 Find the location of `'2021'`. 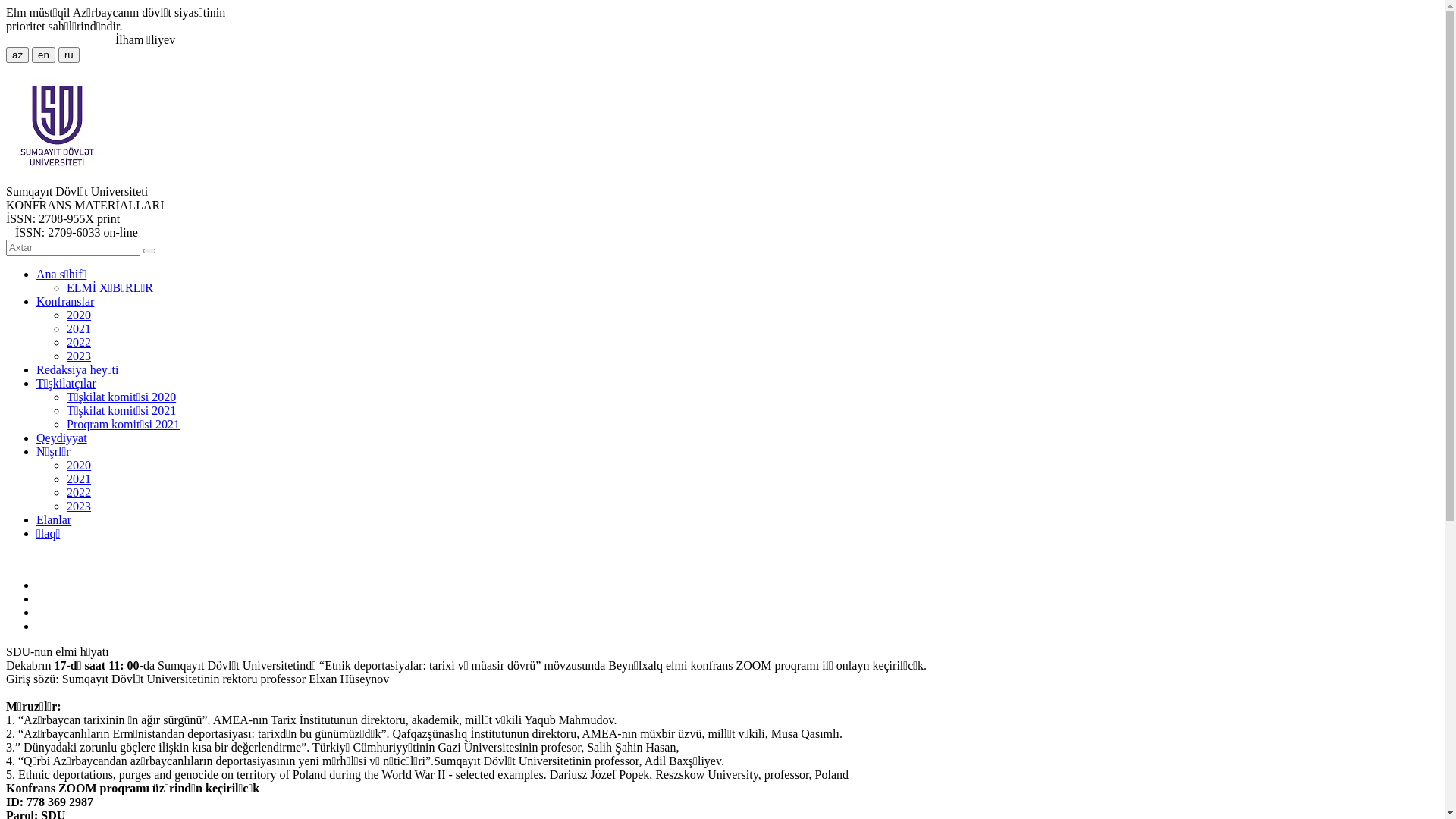

'2021' is located at coordinates (78, 328).